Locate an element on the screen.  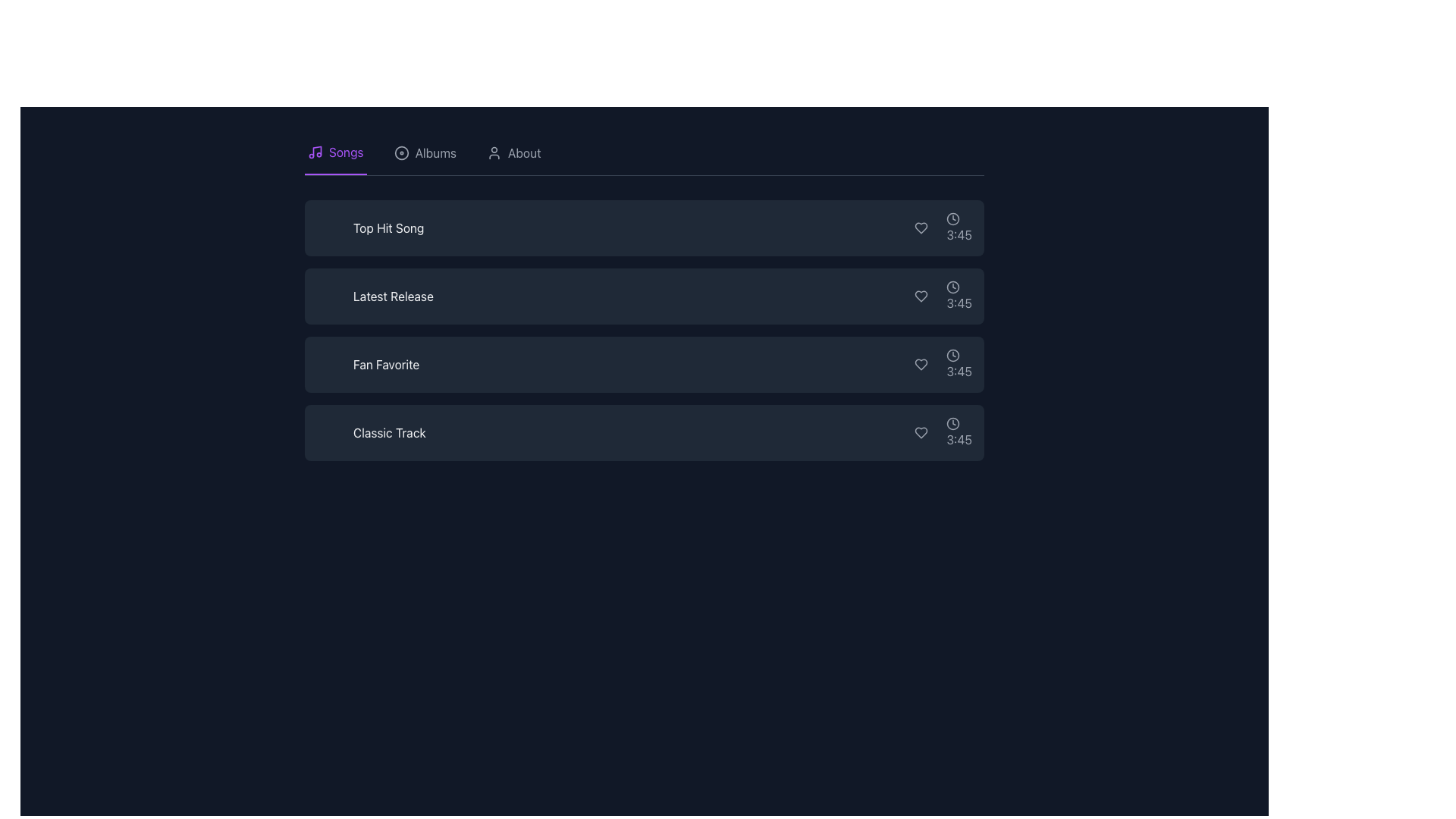
the circular icon with an outer ring and a smaller centered circle in the navigation menu associated with the 'Albums' category is located at coordinates (401, 152).